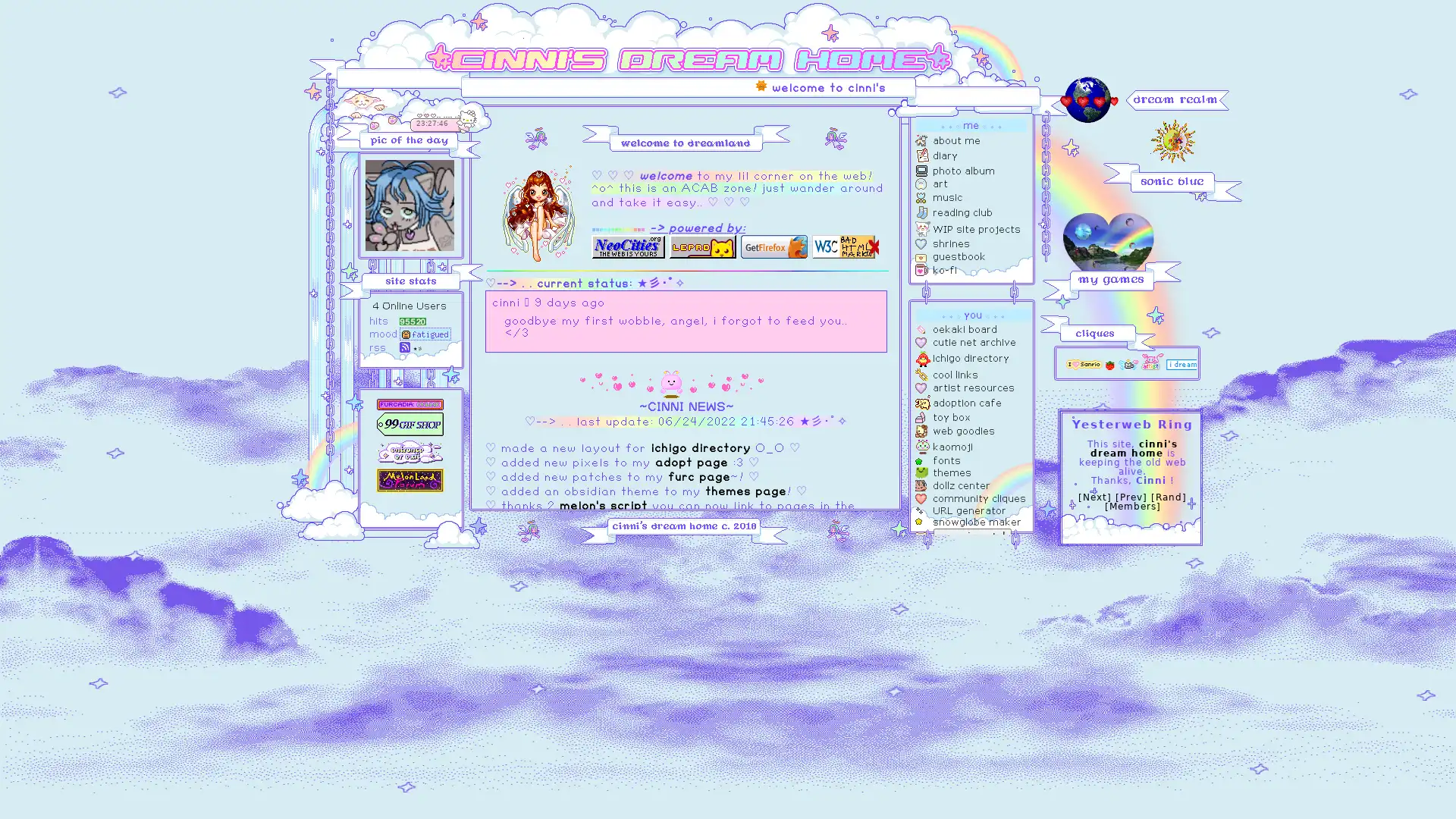 Image resolution: width=1456 pixels, height=819 pixels. I want to click on experimental, so click(972, 535).